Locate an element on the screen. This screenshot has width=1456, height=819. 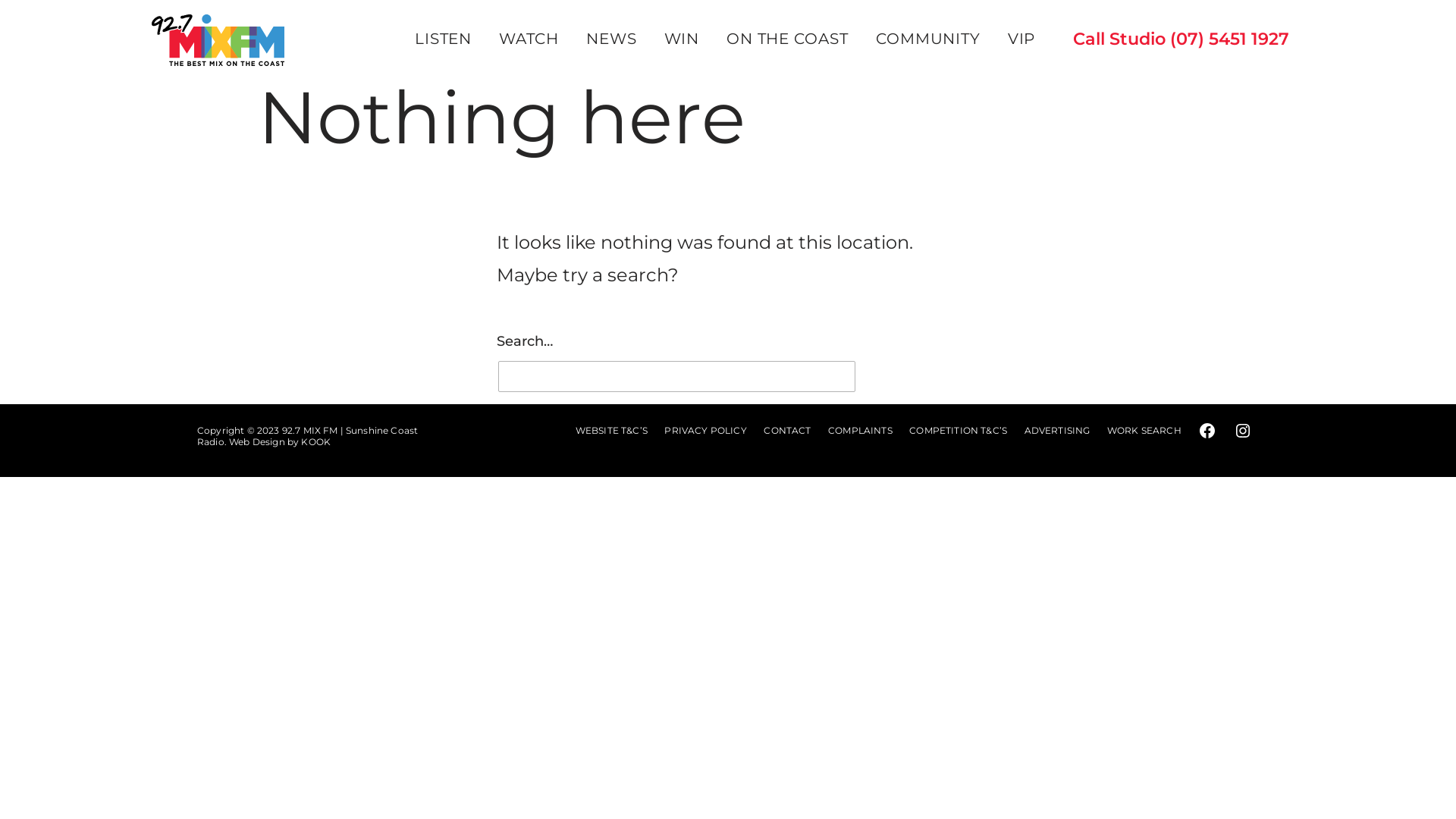
'Connect with us on Facebook' is located at coordinates (1207, 430).